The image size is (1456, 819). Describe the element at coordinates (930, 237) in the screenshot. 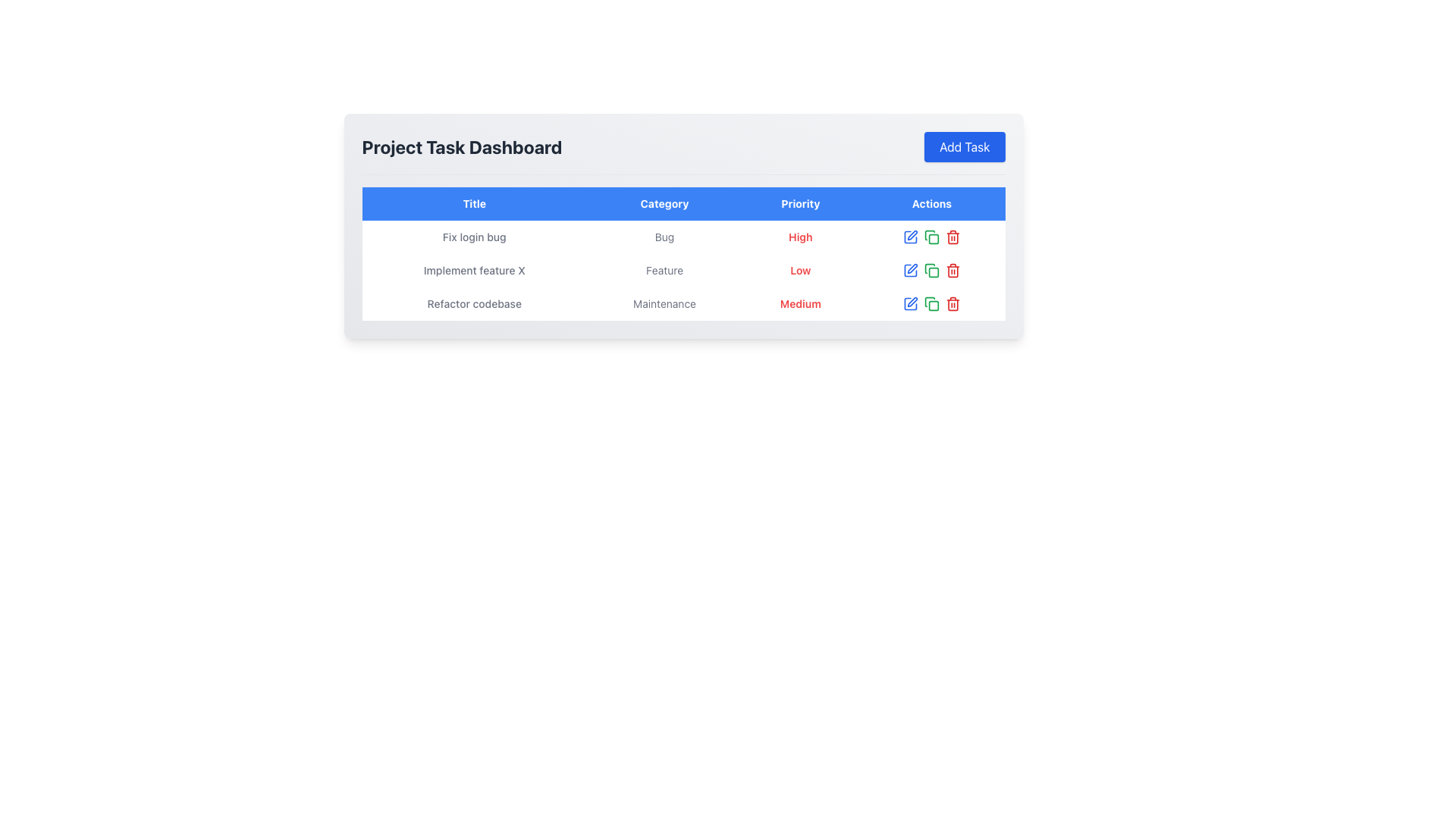

I see `the green duplicate action indicator icon located as the second icon in the action icons set for the task 'Fix login bug'` at that location.